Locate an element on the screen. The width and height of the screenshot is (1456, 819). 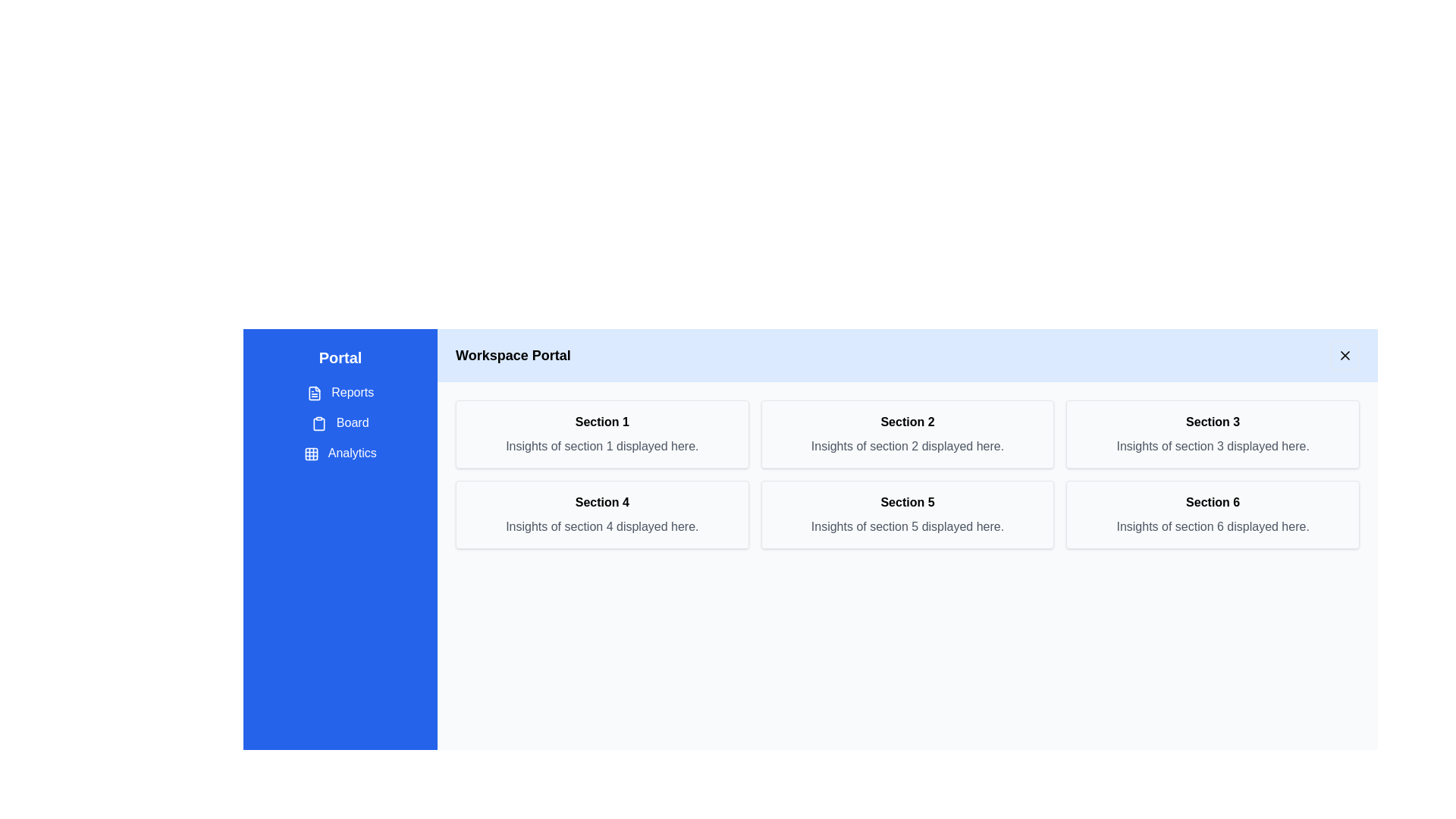
the title or header text located in the second box of the first row in a grid layout, which is positioned between 'Section 1' and 'Section 3' is located at coordinates (907, 422).